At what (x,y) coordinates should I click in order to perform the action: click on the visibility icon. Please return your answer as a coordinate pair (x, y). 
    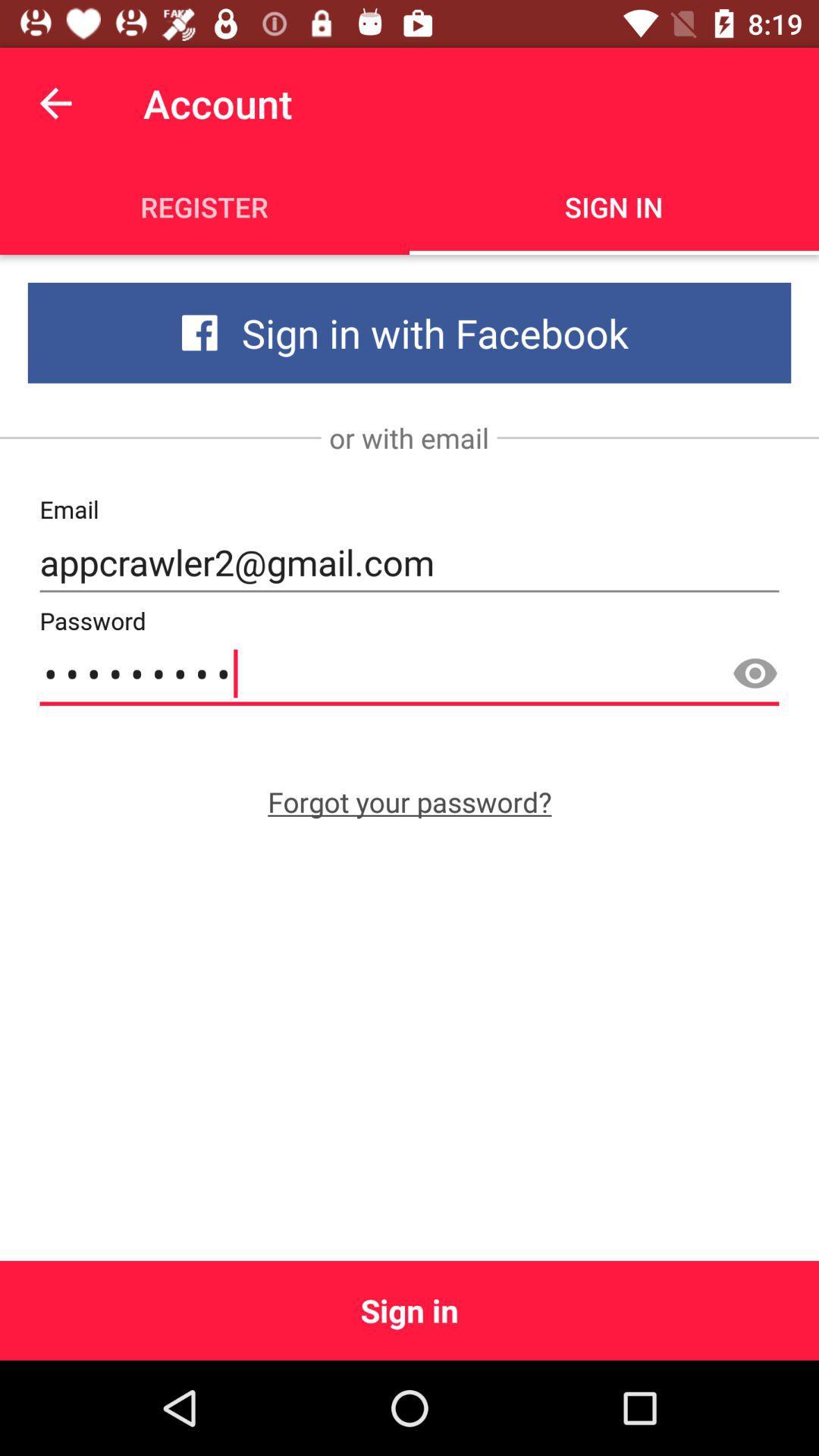
    Looking at the image, I should click on (755, 673).